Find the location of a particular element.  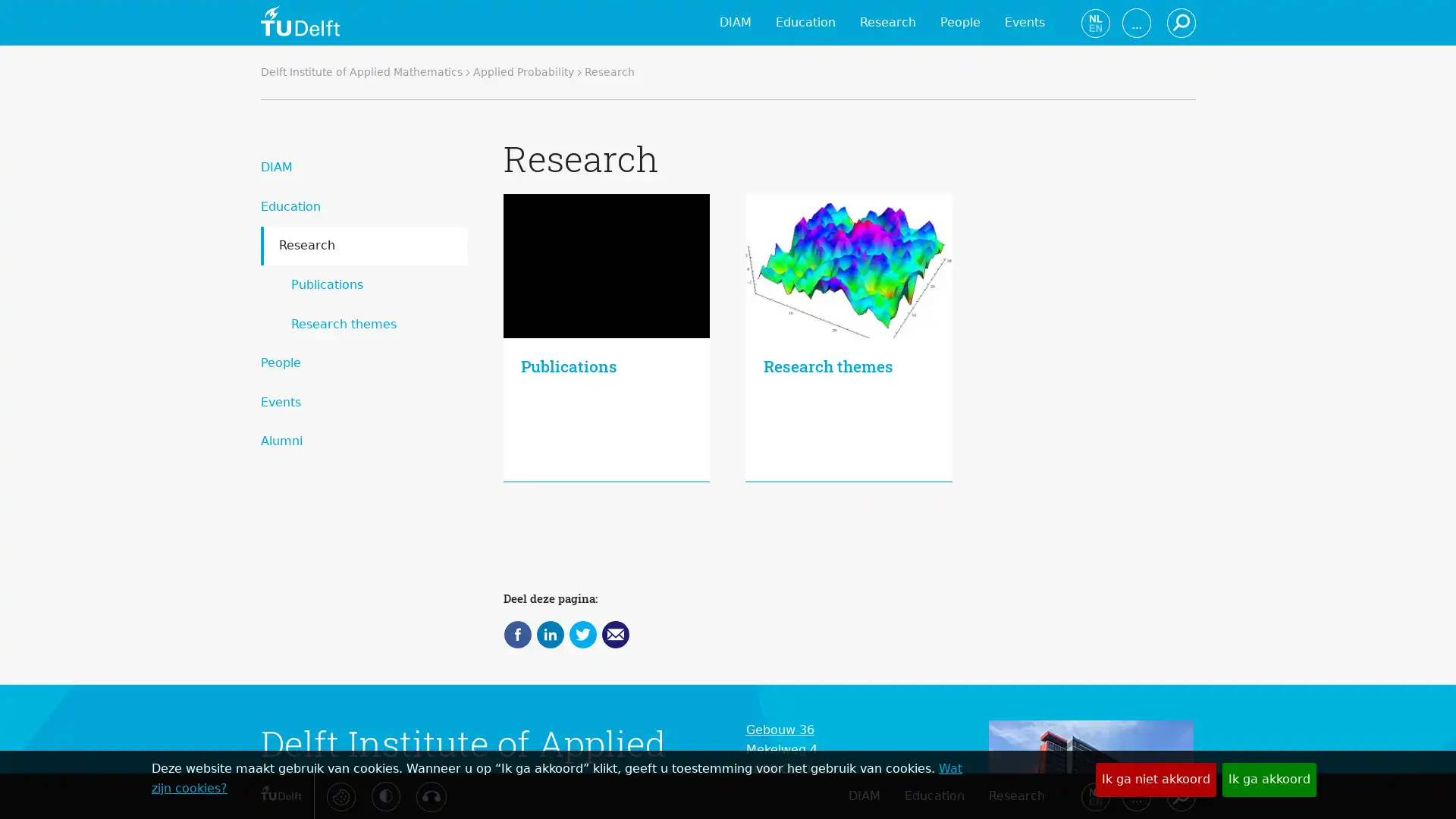

Luister met de ReachDeck-werkbalk is located at coordinates (429, 795).